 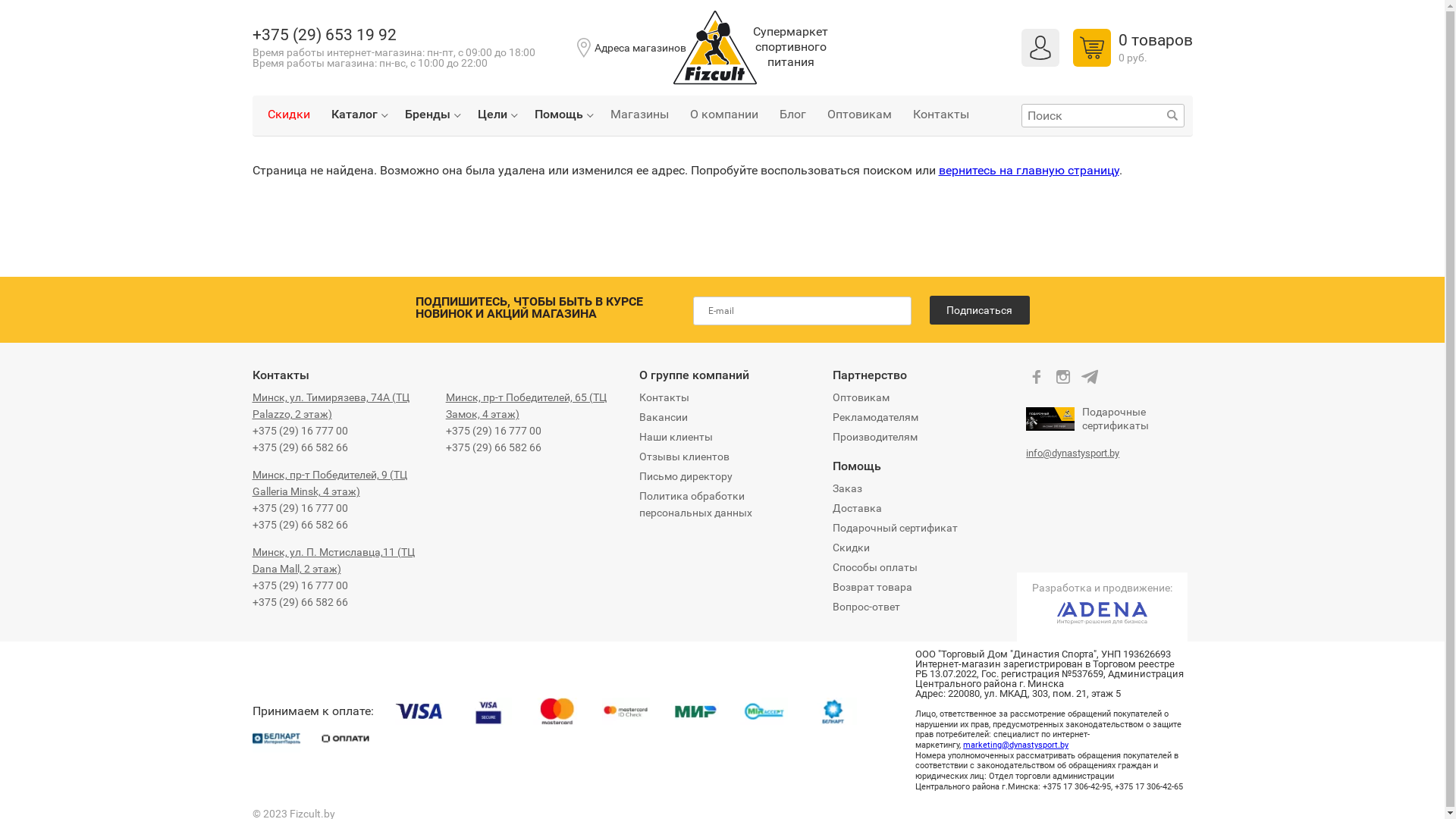 What do you see at coordinates (299, 601) in the screenshot?
I see `'+375 (29) 66 582 66'` at bounding box center [299, 601].